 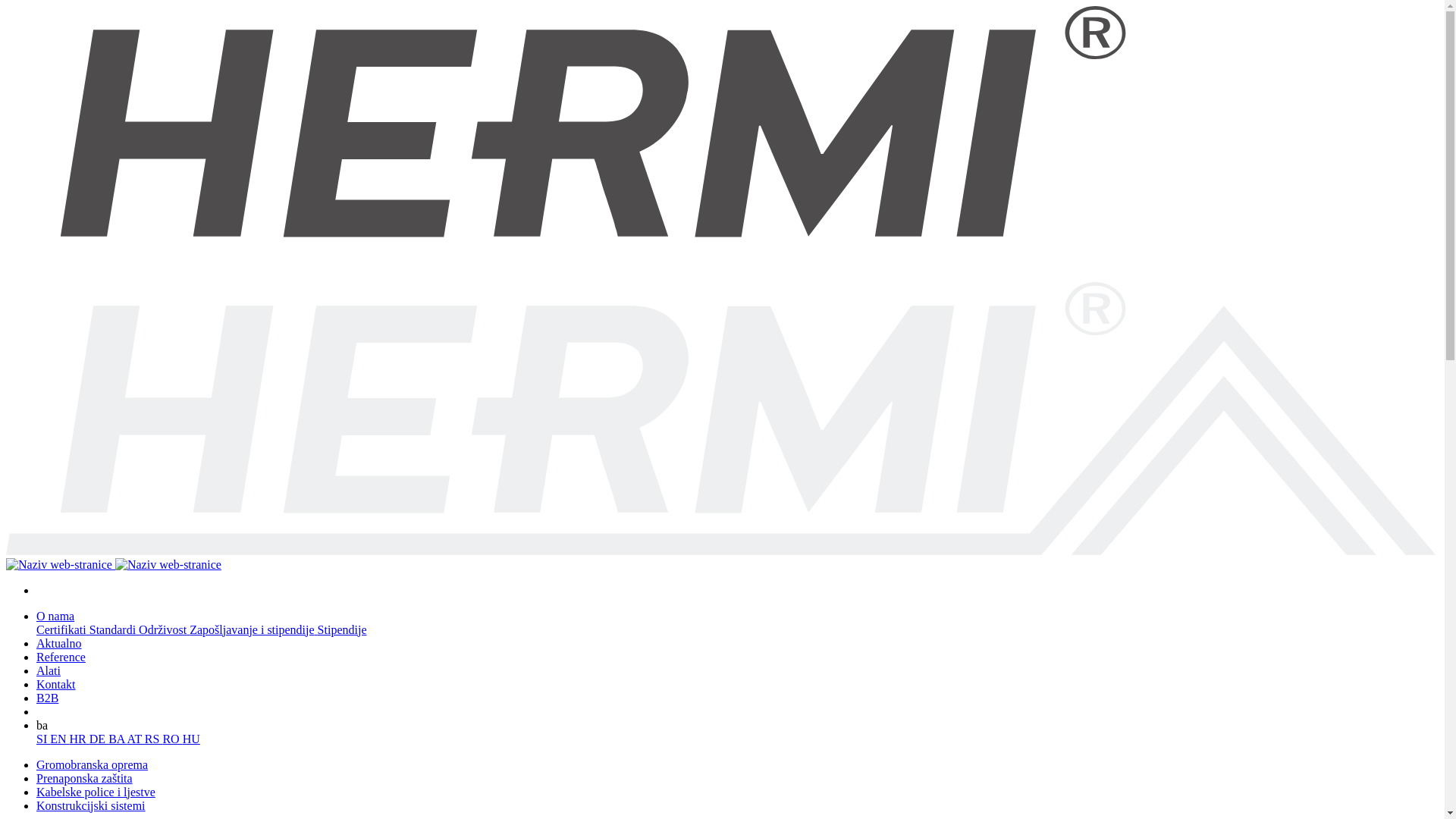 I want to click on 'Stipendije', so click(x=341, y=629).